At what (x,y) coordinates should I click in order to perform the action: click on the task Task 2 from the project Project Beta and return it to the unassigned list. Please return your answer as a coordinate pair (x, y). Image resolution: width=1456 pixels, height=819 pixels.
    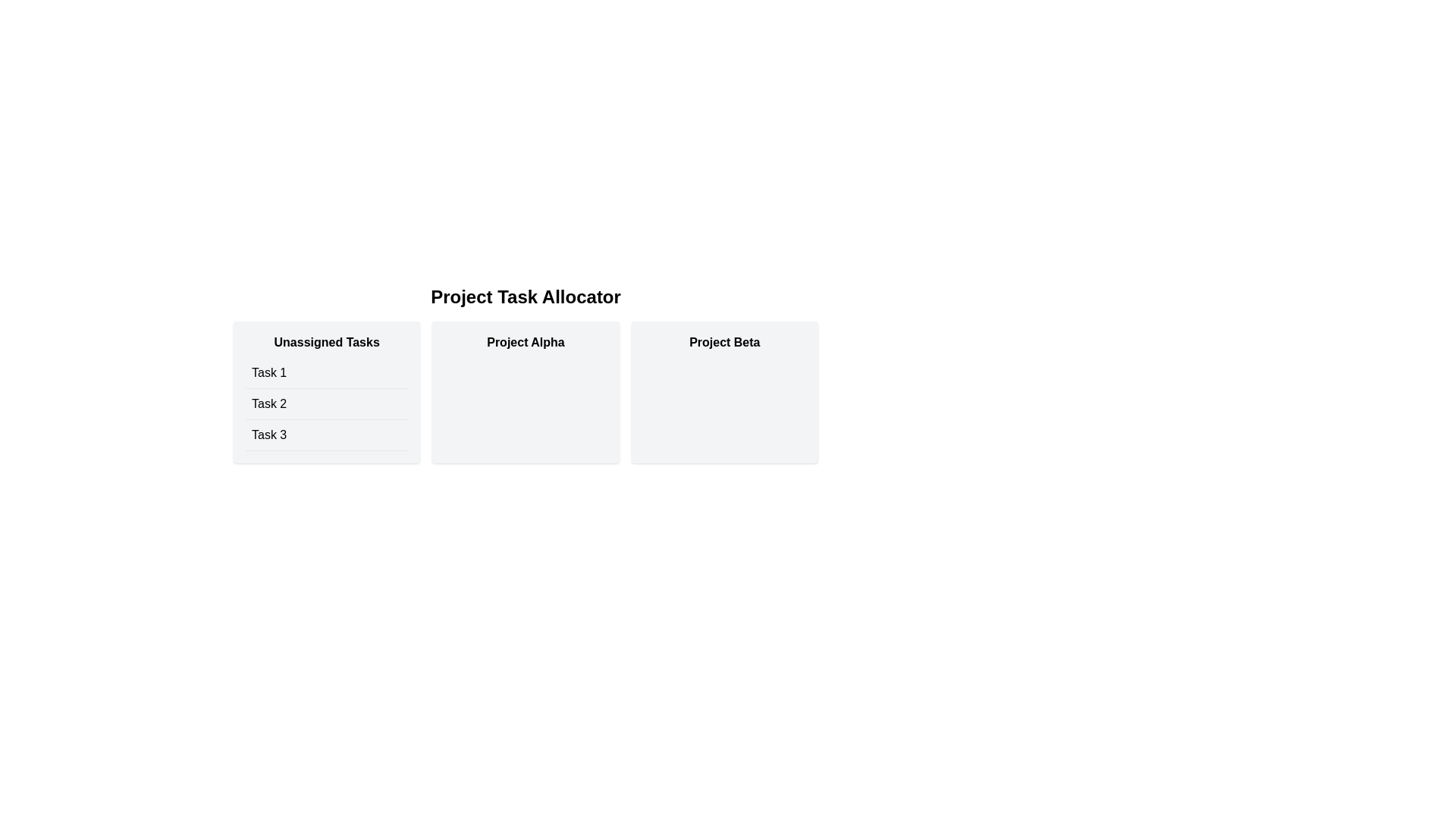
    Looking at the image, I should click on (723, 391).